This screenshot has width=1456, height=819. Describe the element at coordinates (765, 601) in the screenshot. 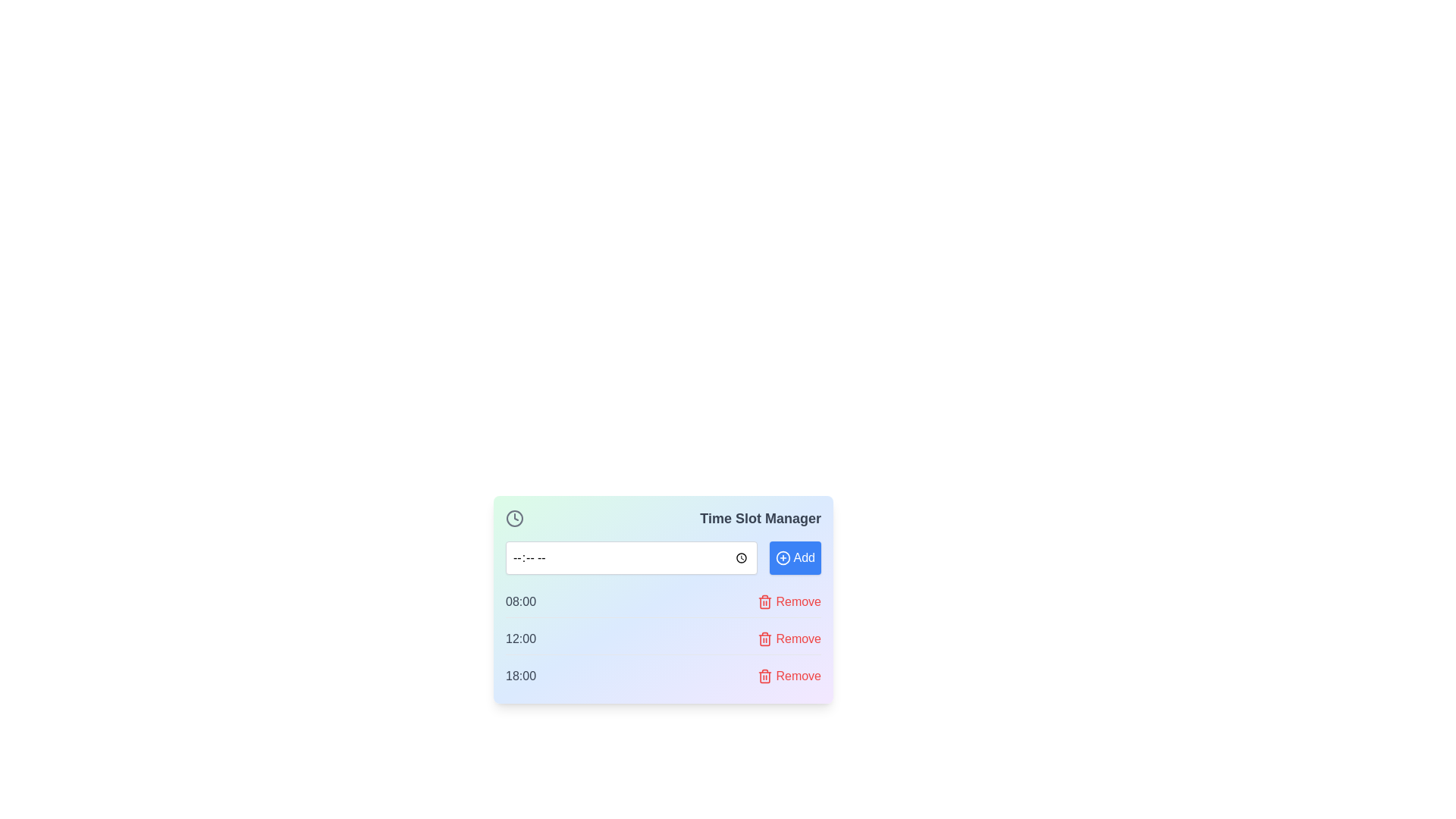

I see `the removal icon located within the 'Remove' button in the third row of the time slot list, adjacent to the '18:00' time slot to initiate the deletion of the associated time slot` at that location.